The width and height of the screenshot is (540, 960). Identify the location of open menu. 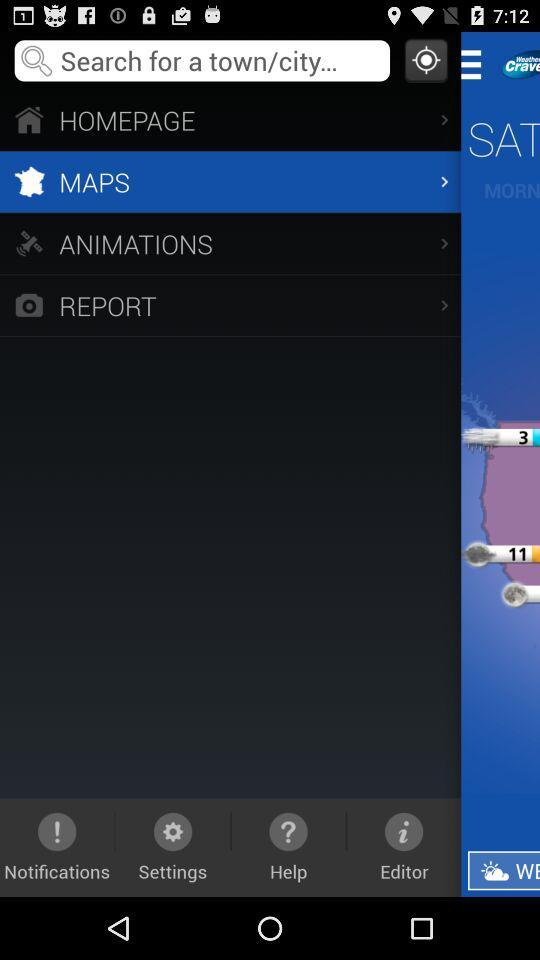
(476, 64).